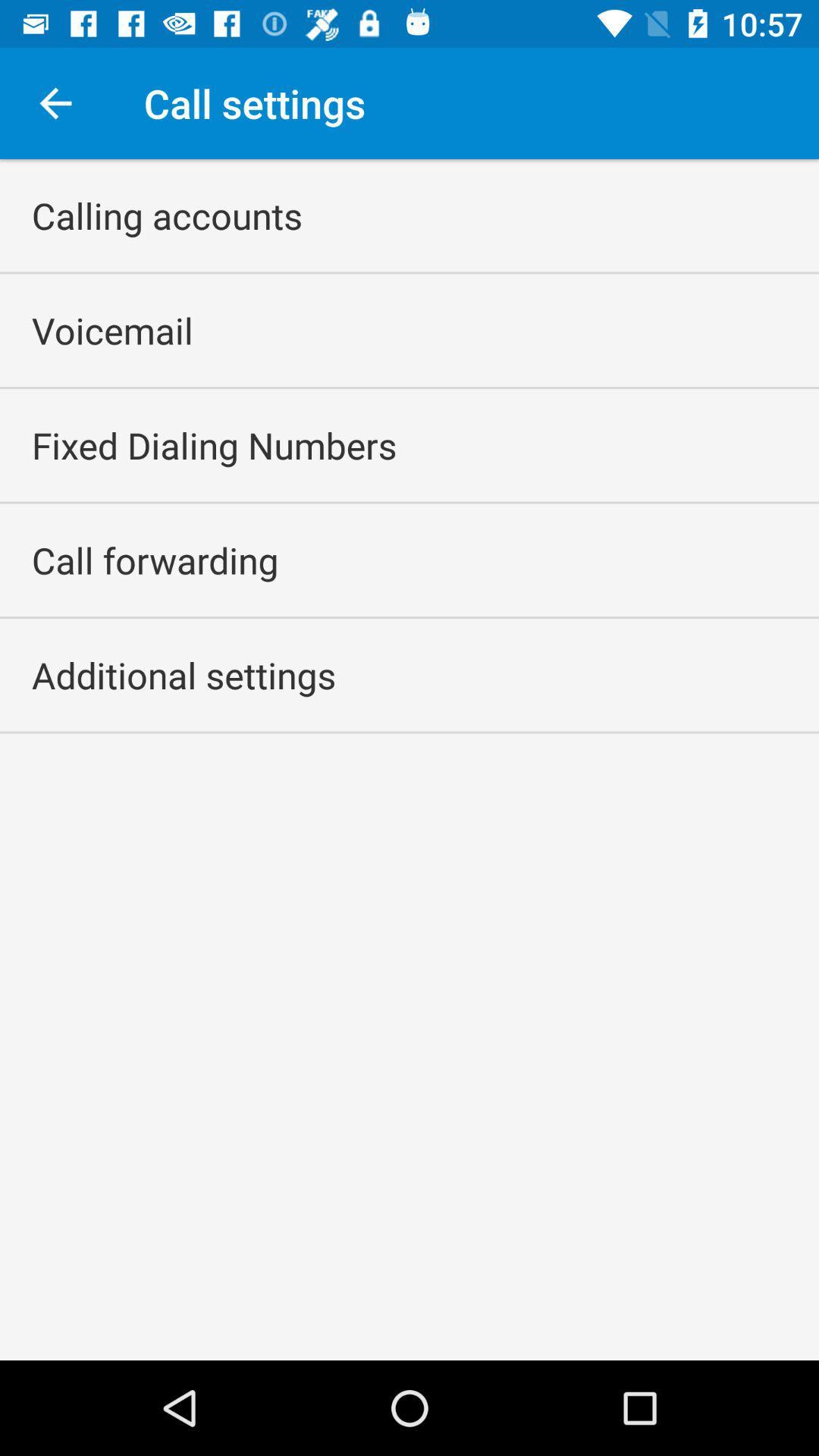 This screenshot has height=1456, width=819. I want to click on call forwarding icon, so click(155, 559).